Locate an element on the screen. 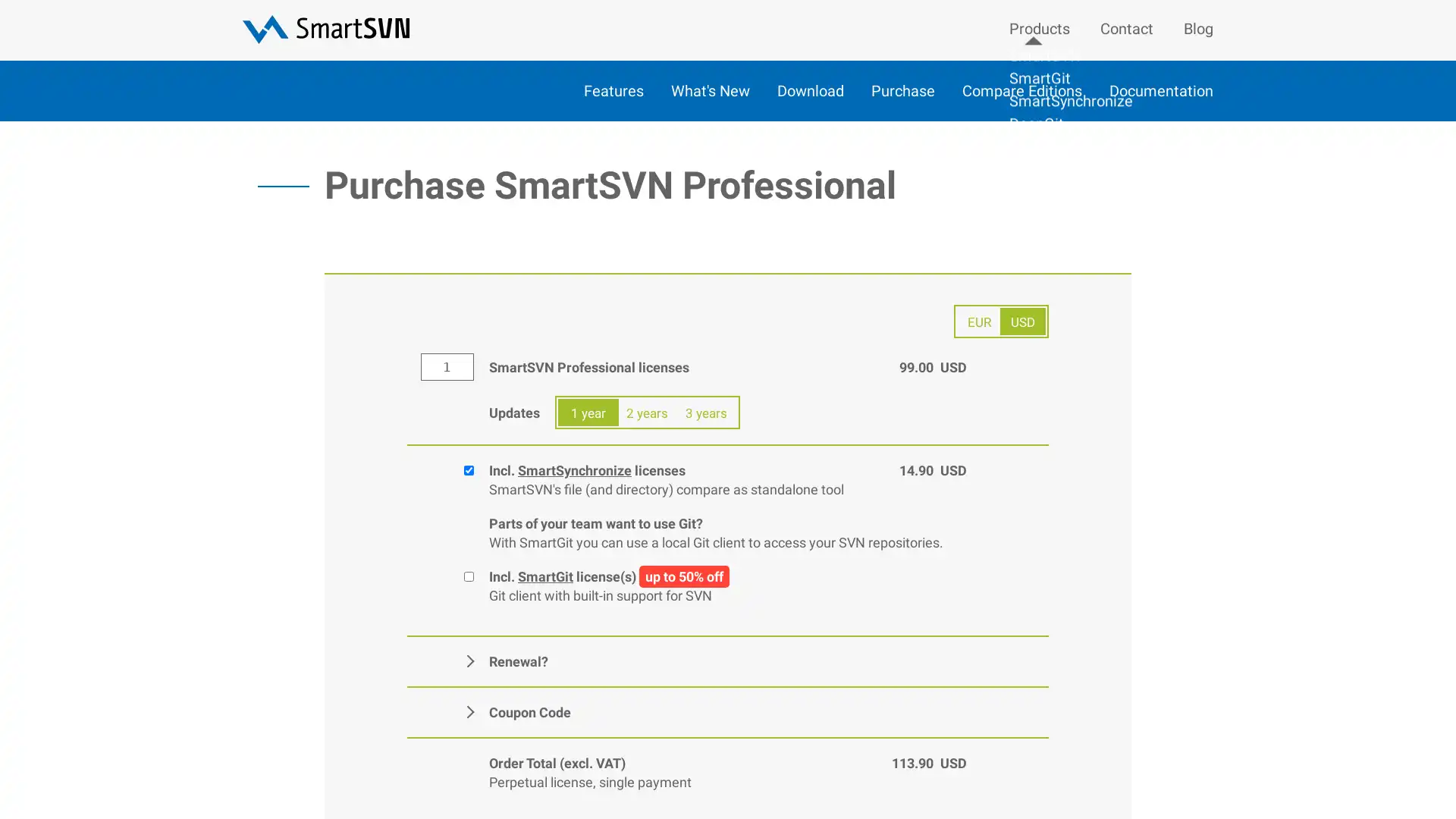  Drag your license here or   choose file is located at coordinates (615, 697).